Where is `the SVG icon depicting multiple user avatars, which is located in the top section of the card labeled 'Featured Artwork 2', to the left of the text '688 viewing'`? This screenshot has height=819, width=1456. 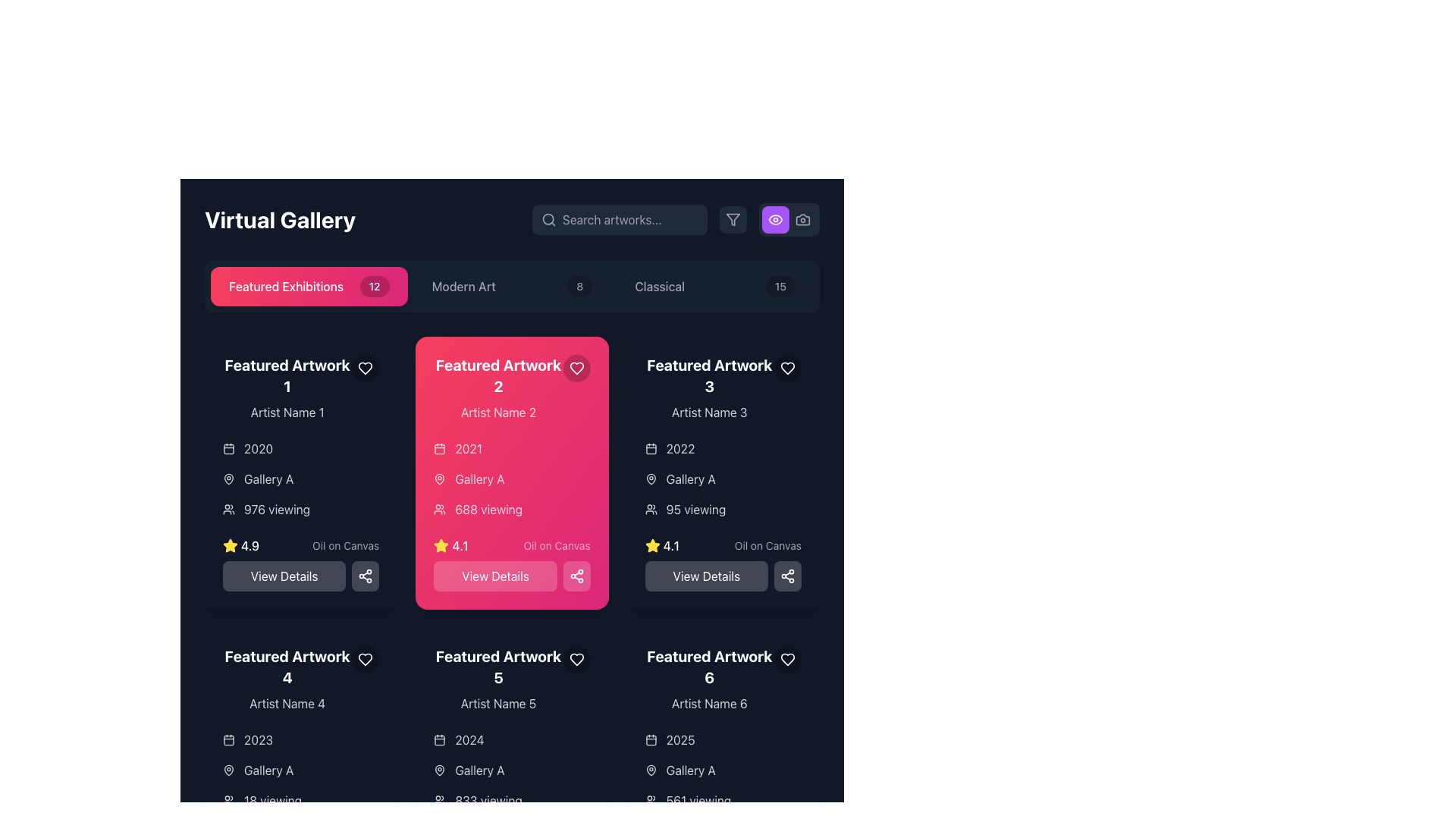
the SVG icon depicting multiple user avatars, which is located in the top section of the card labeled 'Featured Artwork 2', to the left of the text '688 viewing' is located at coordinates (439, 509).